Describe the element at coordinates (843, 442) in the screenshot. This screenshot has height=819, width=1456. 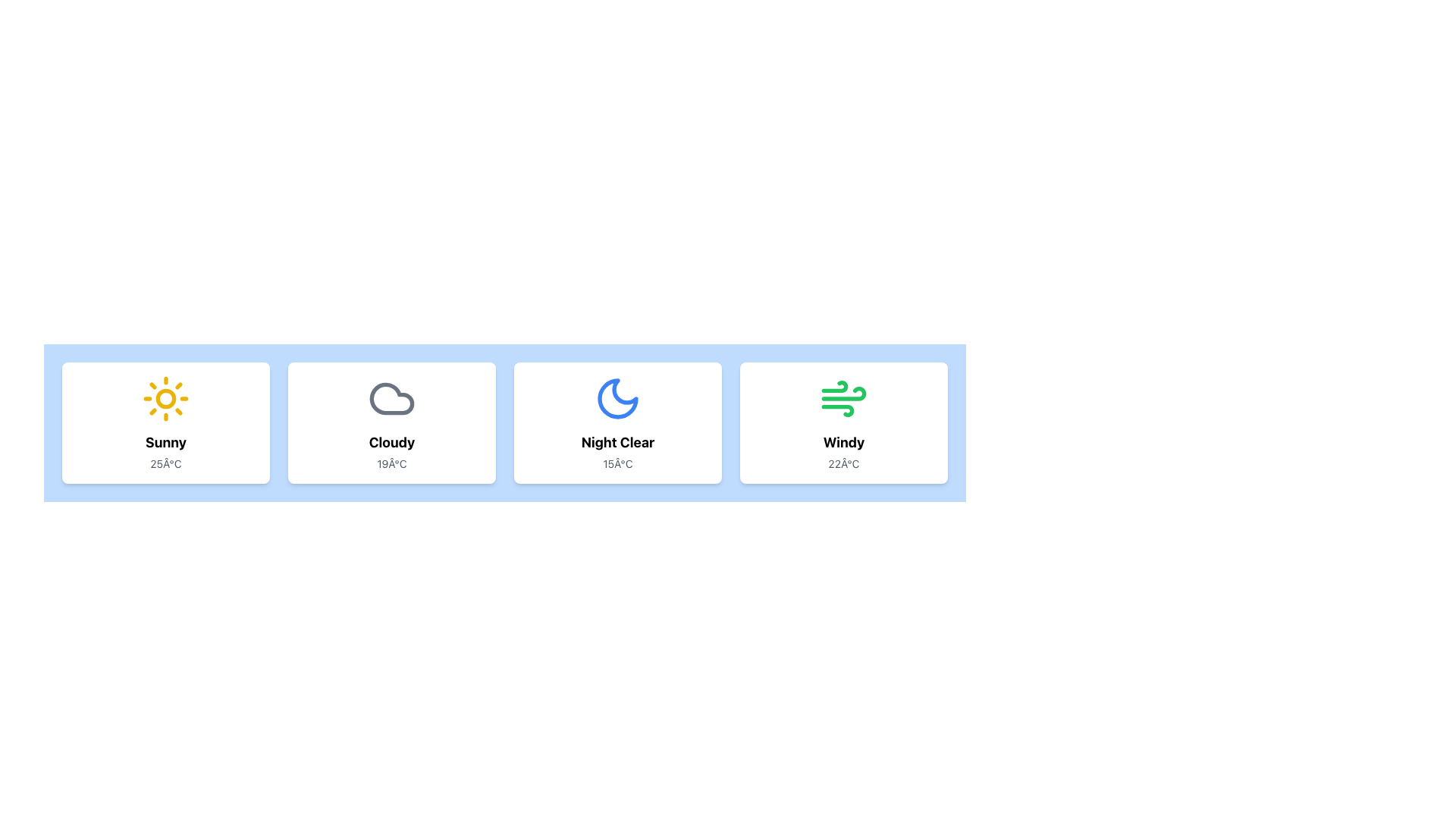
I see `the 'Windy' label located at the bottom-center of the fourth weather card in the horizontal grid` at that location.